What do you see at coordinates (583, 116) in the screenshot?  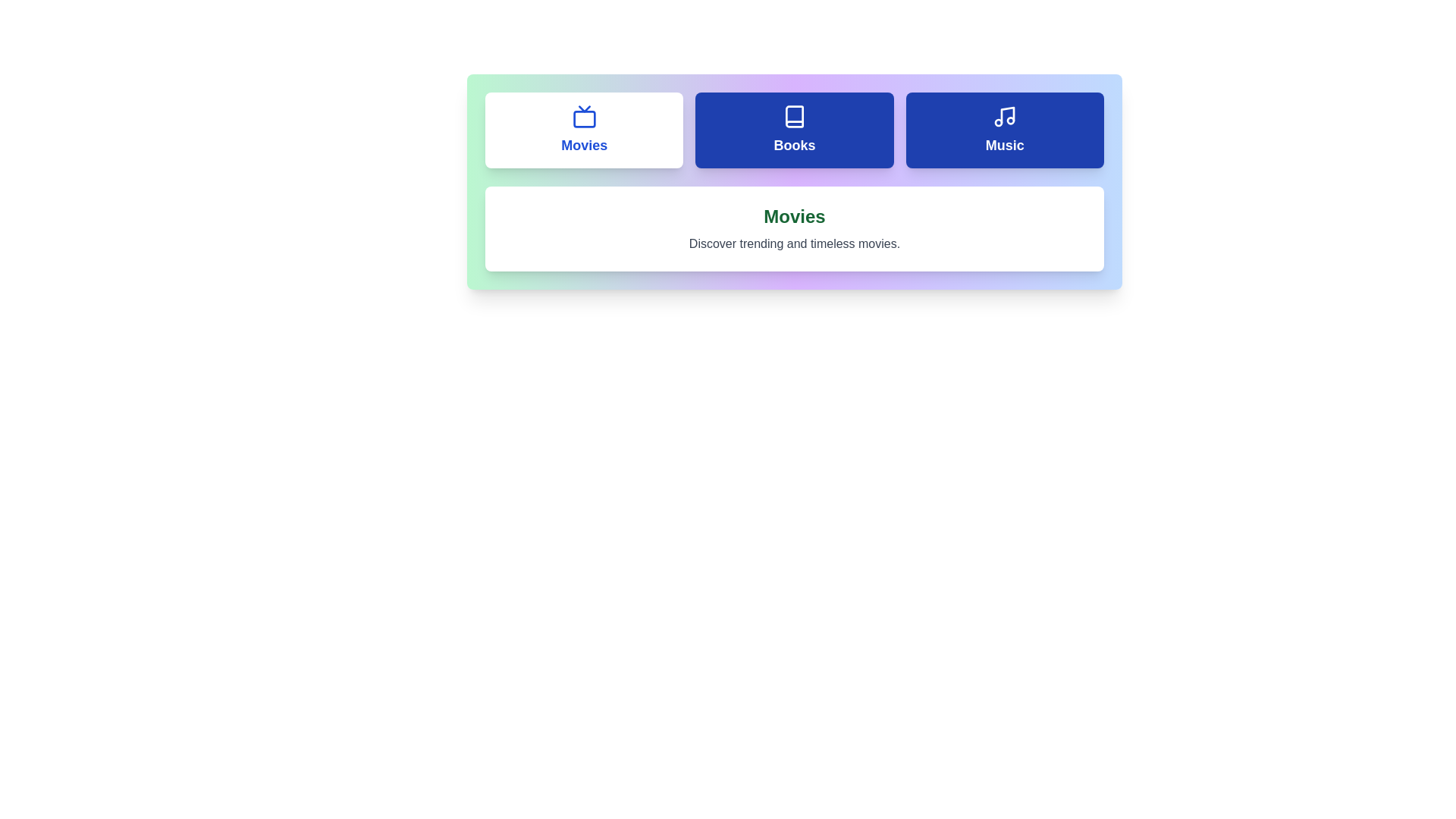 I see `the 'Movies' icon located above the 'Movies' text label` at bounding box center [583, 116].